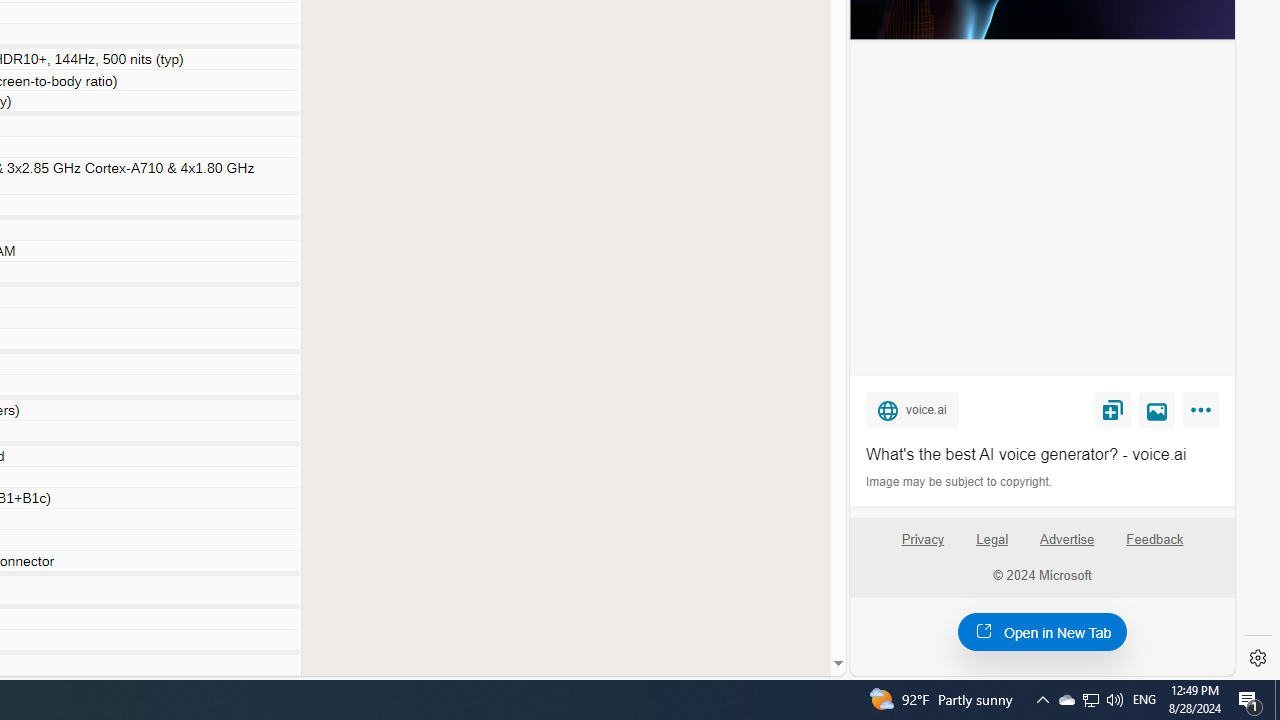 The image size is (1280, 720). Describe the element at coordinates (1203, 412) in the screenshot. I see `'More'` at that location.